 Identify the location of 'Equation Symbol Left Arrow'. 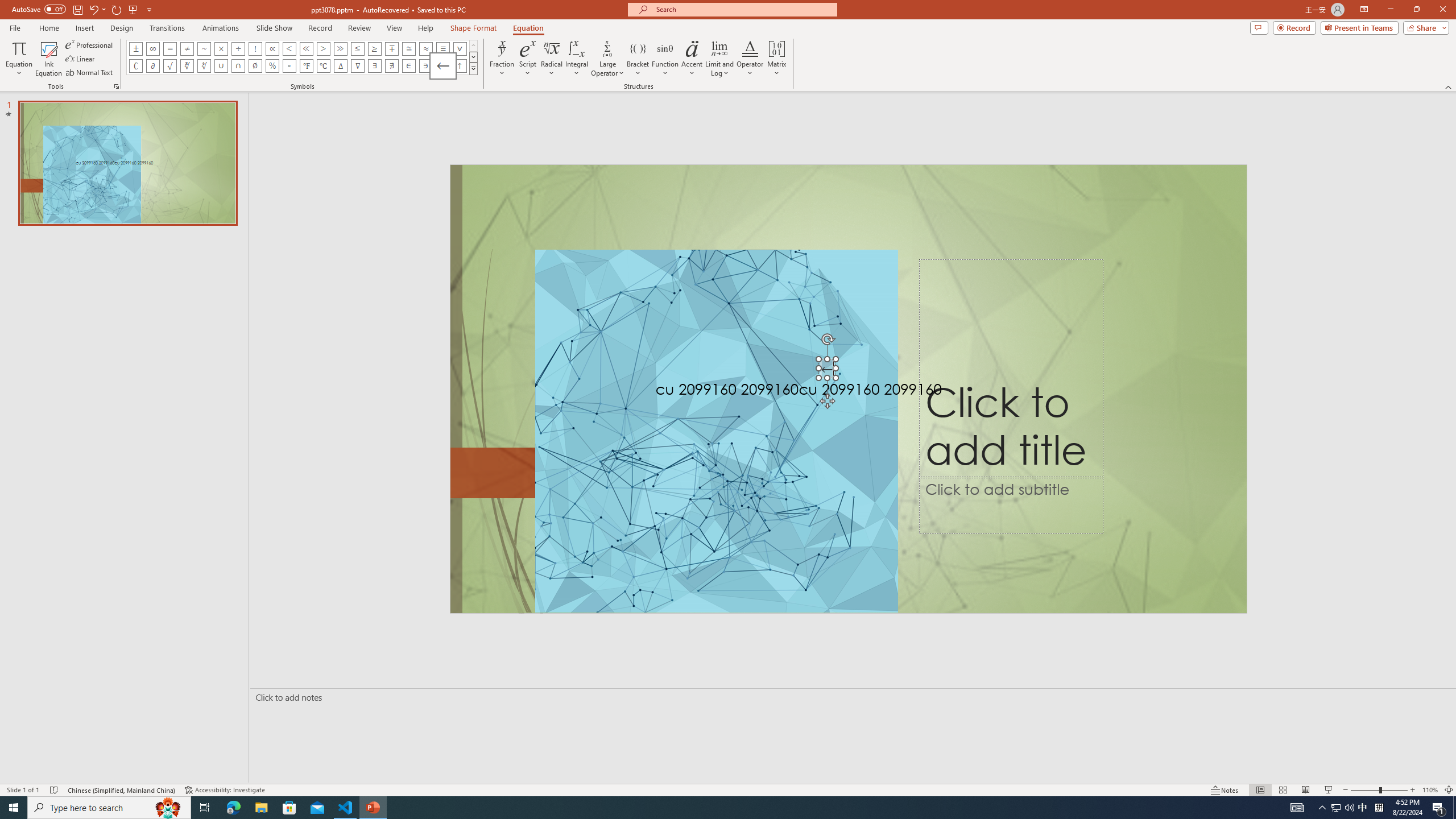
(442, 65).